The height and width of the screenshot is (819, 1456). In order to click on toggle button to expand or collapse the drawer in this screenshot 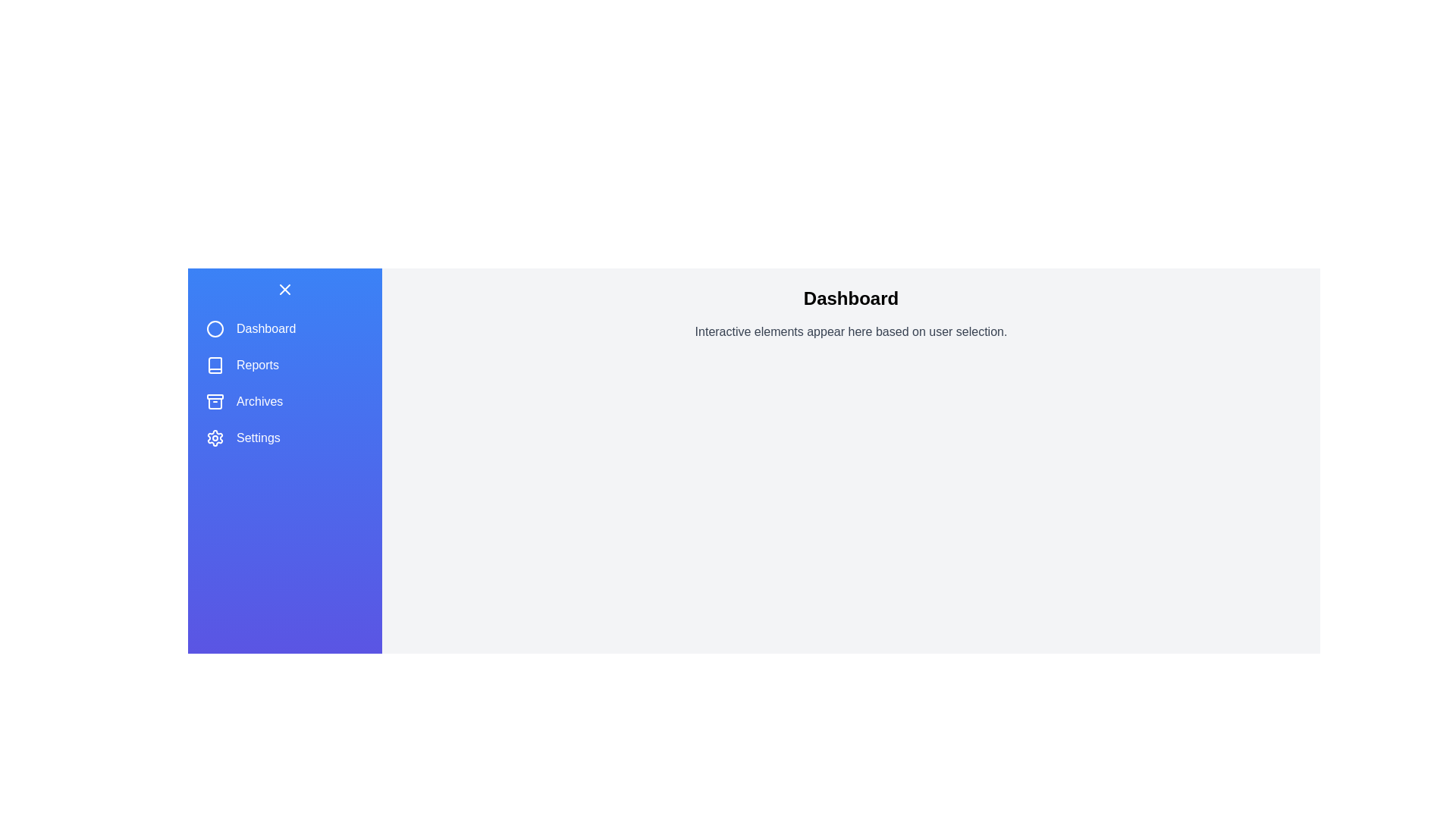, I will do `click(284, 289)`.